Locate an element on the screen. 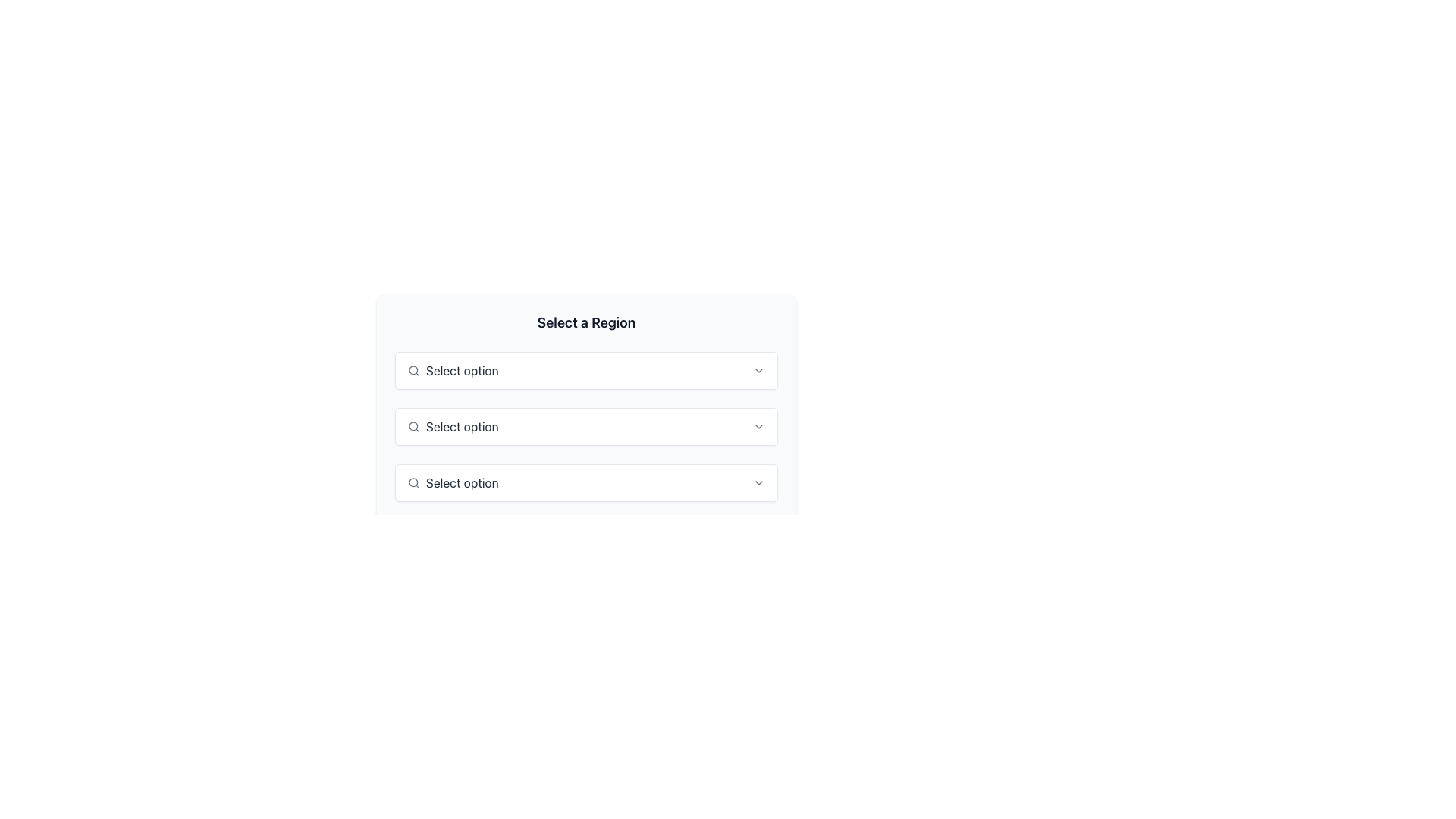 The width and height of the screenshot is (1456, 819). the circular part of the search icon located to the left of the 'Select option' dropdown in the 'Select a Region' section is located at coordinates (413, 370).